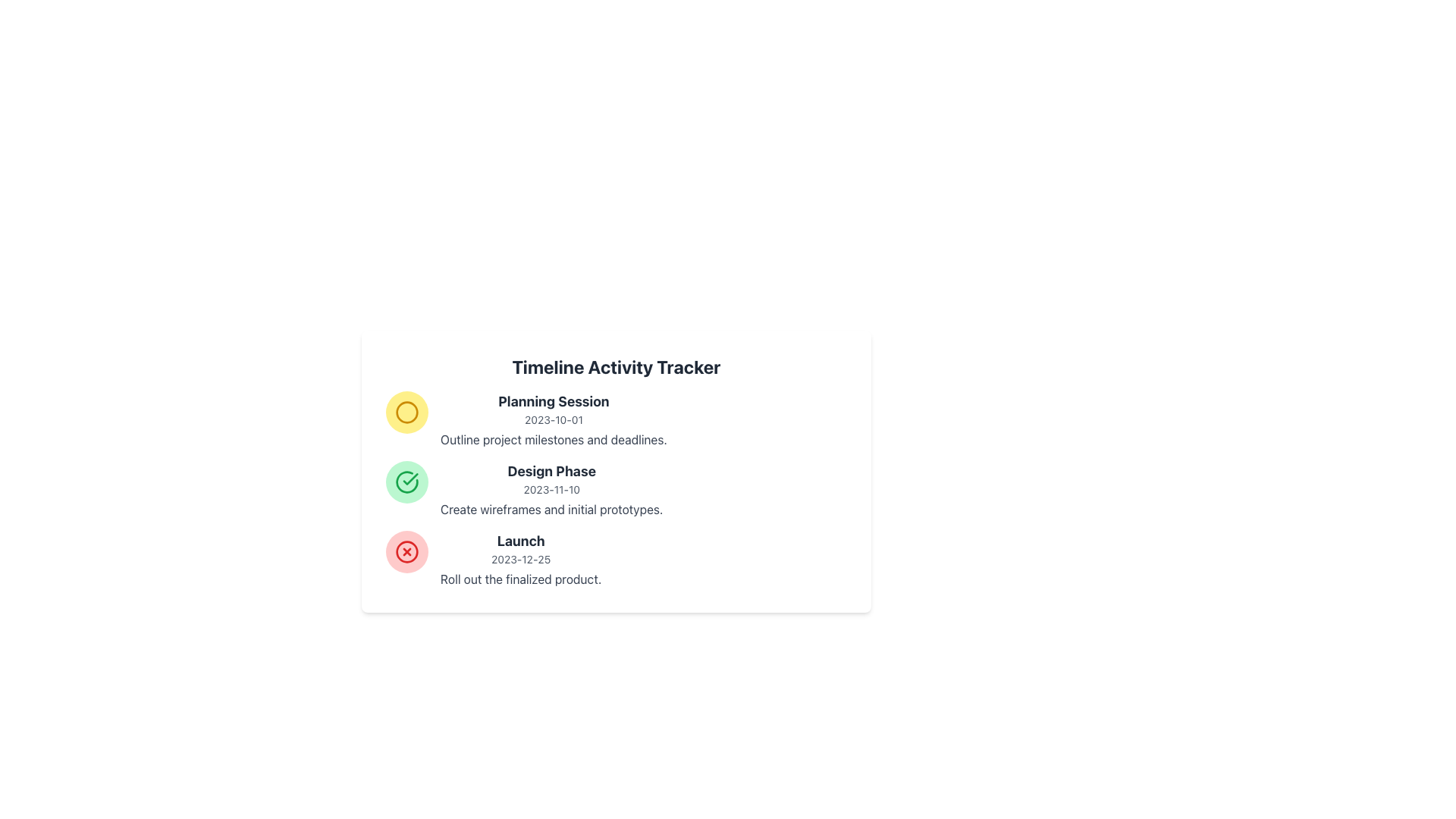 The width and height of the screenshot is (1456, 819). I want to click on the first timeline item in the 'Timeline Activity Tracker' section, so click(616, 420).